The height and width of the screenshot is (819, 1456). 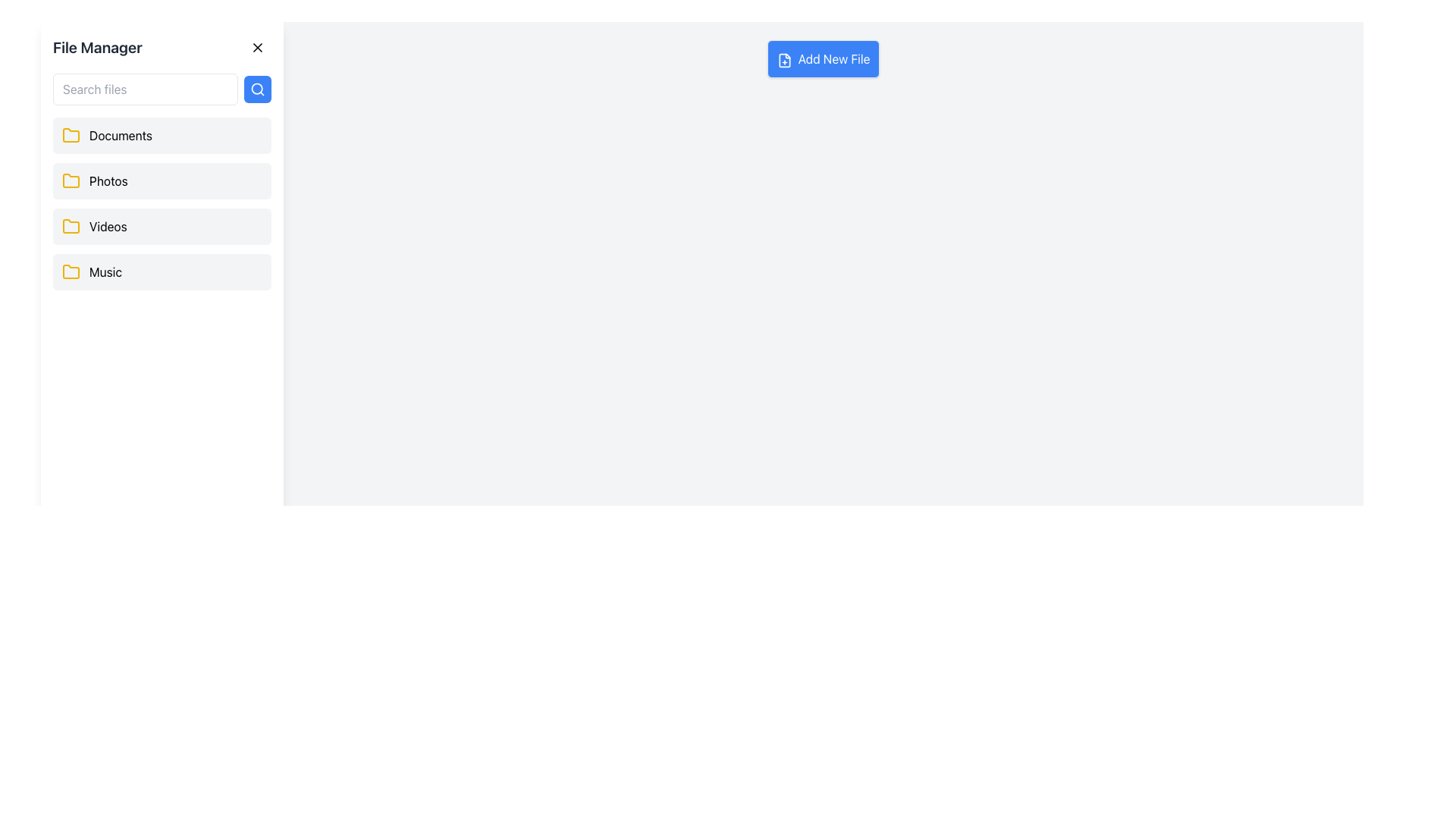 What do you see at coordinates (258, 46) in the screenshot?
I see `the close button located at the top-right corner of the 'File Manager' section` at bounding box center [258, 46].